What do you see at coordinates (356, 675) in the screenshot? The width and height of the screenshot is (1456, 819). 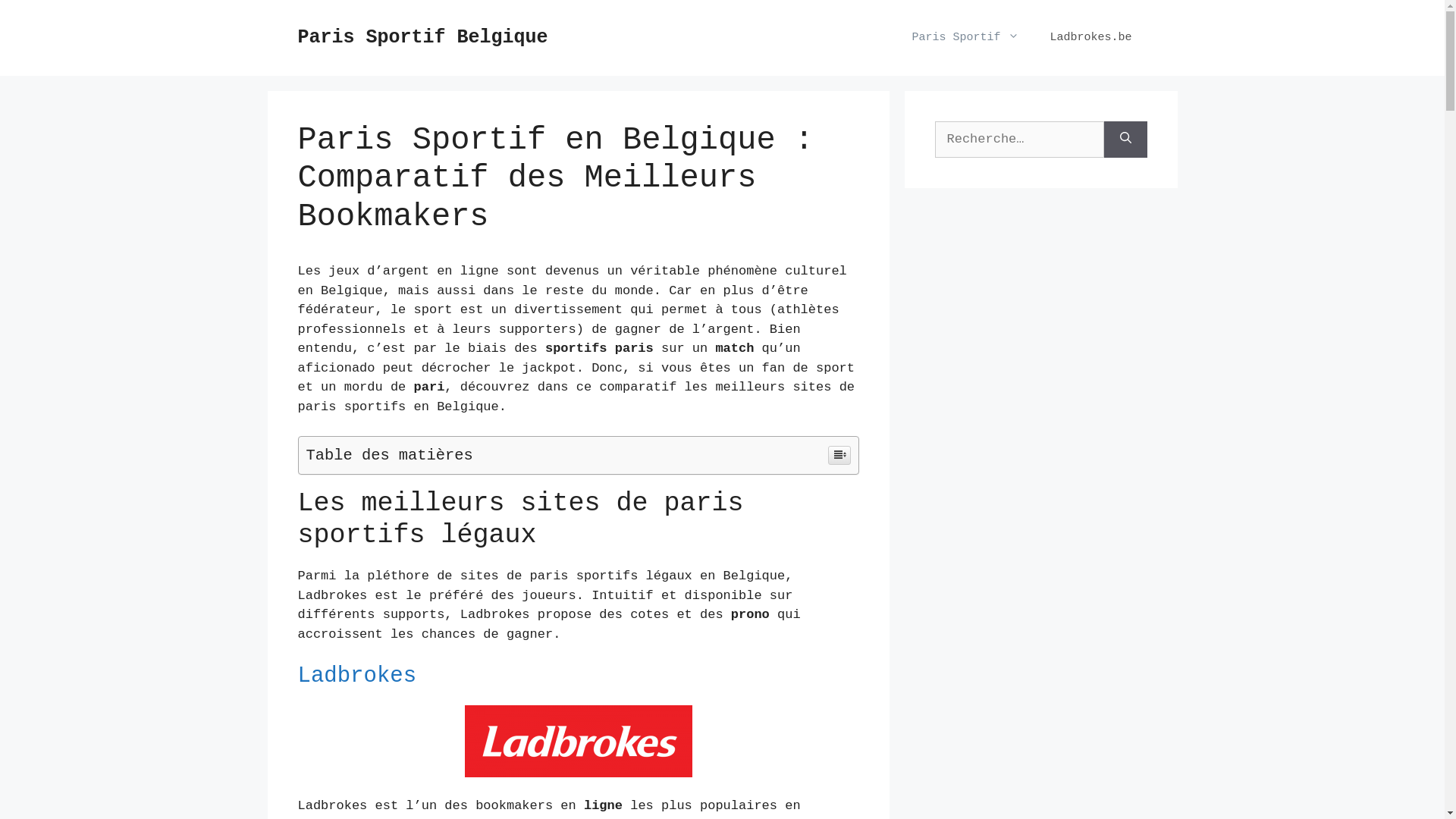 I see `'Ladbrokes'` at bounding box center [356, 675].